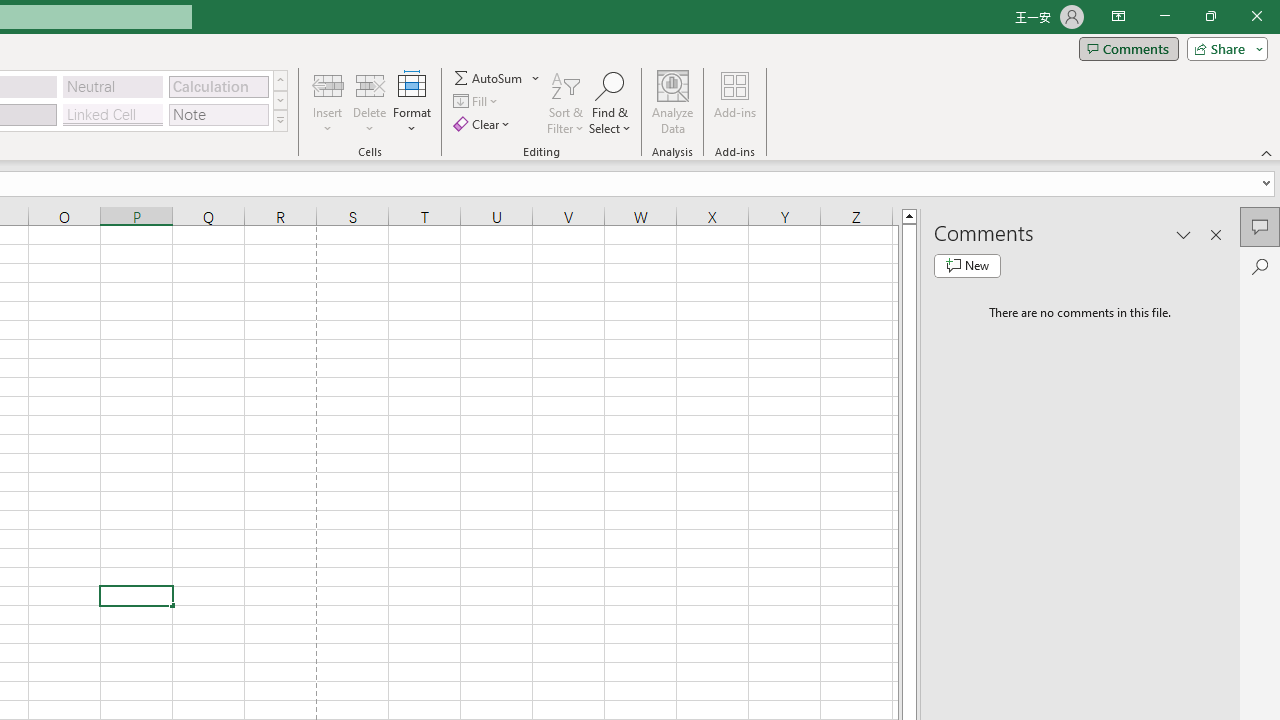 Image resolution: width=1280 pixels, height=720 pixels. Describe the element at coordinates (483, 124) in the screenshot. I see `'Clear'` at that location.